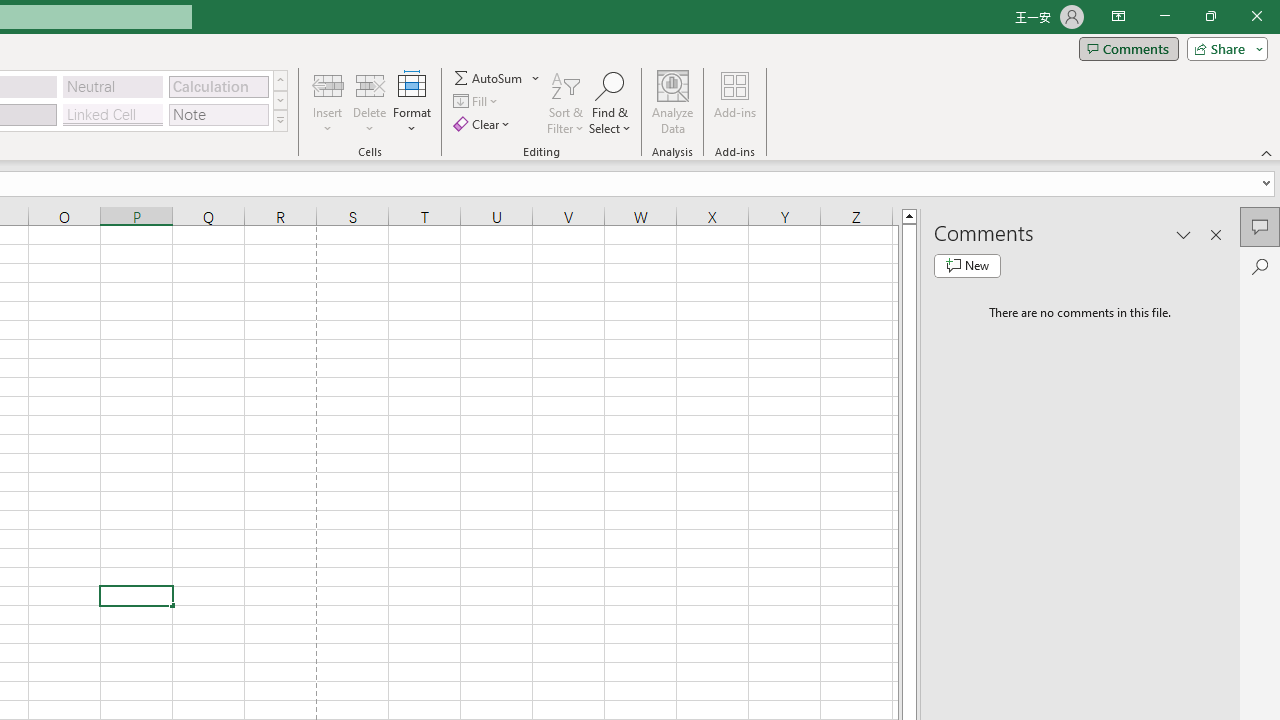 Image resolution: width=1280 pixels, height=720 pixels. Describe the element at coordinates (483, 124) in the screenshot. I see `'Clear'` at that location.